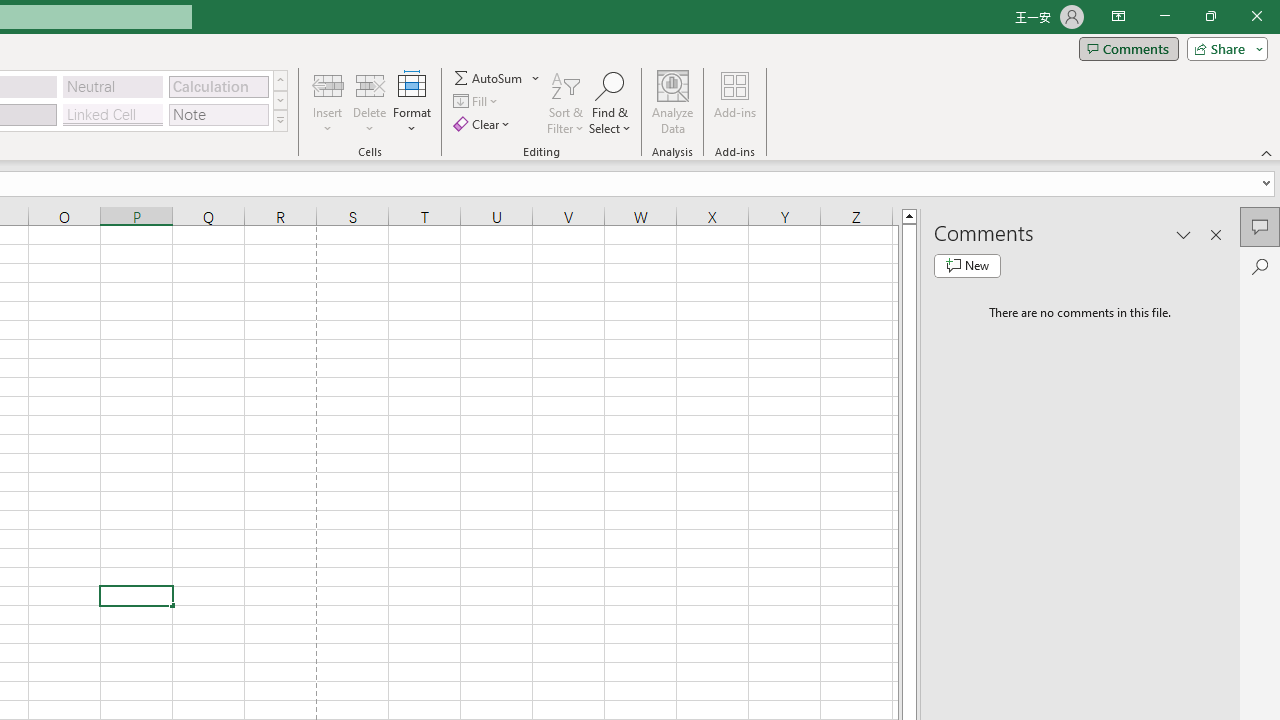 Image resolution: width=1280 pixels, height=720 pixels. Describe the element at coordinates (483, 124) in the screenshot. I see `'Clear'` at that location.